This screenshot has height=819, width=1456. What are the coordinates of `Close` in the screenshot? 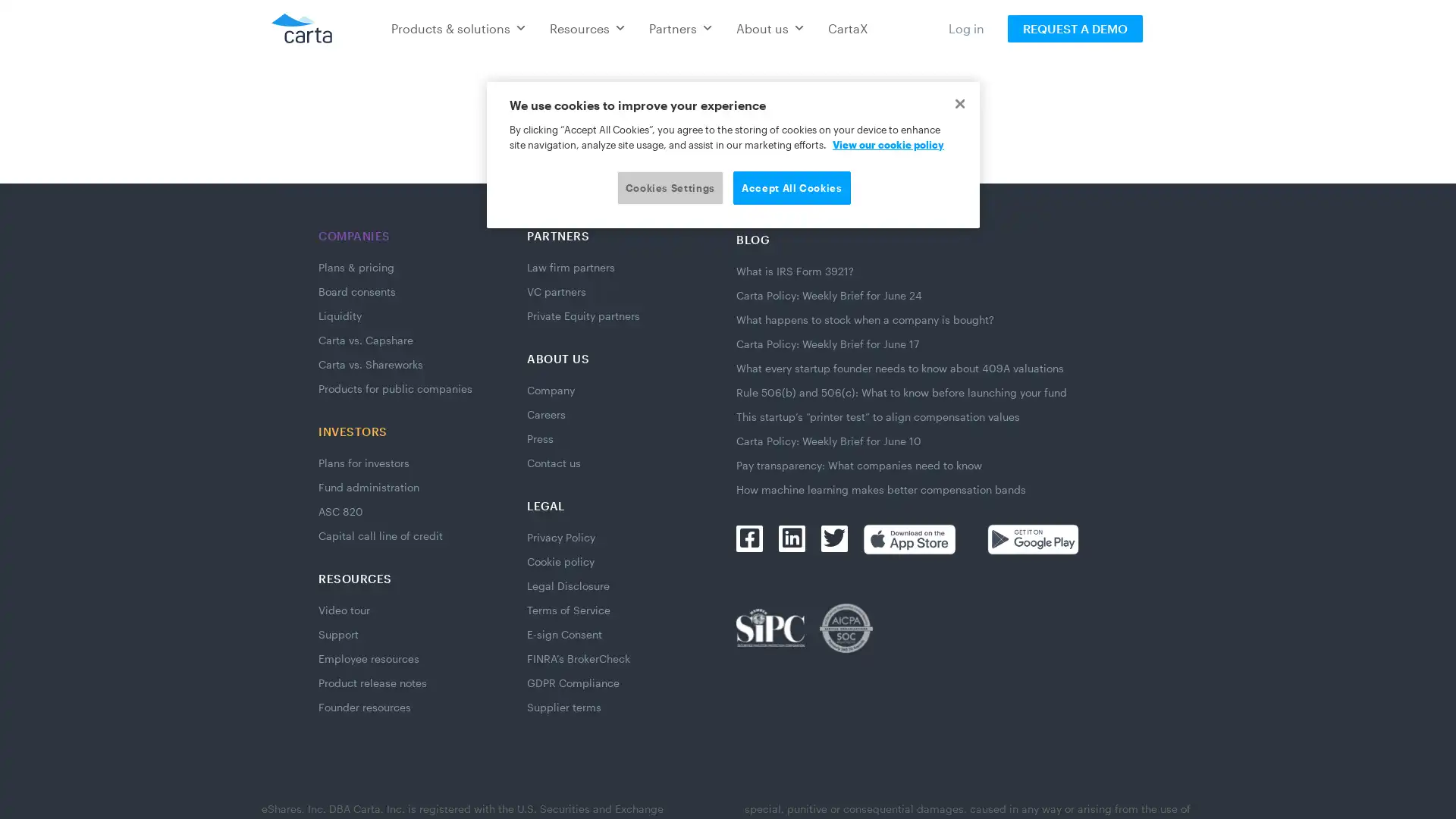 It's located at (959, 103).